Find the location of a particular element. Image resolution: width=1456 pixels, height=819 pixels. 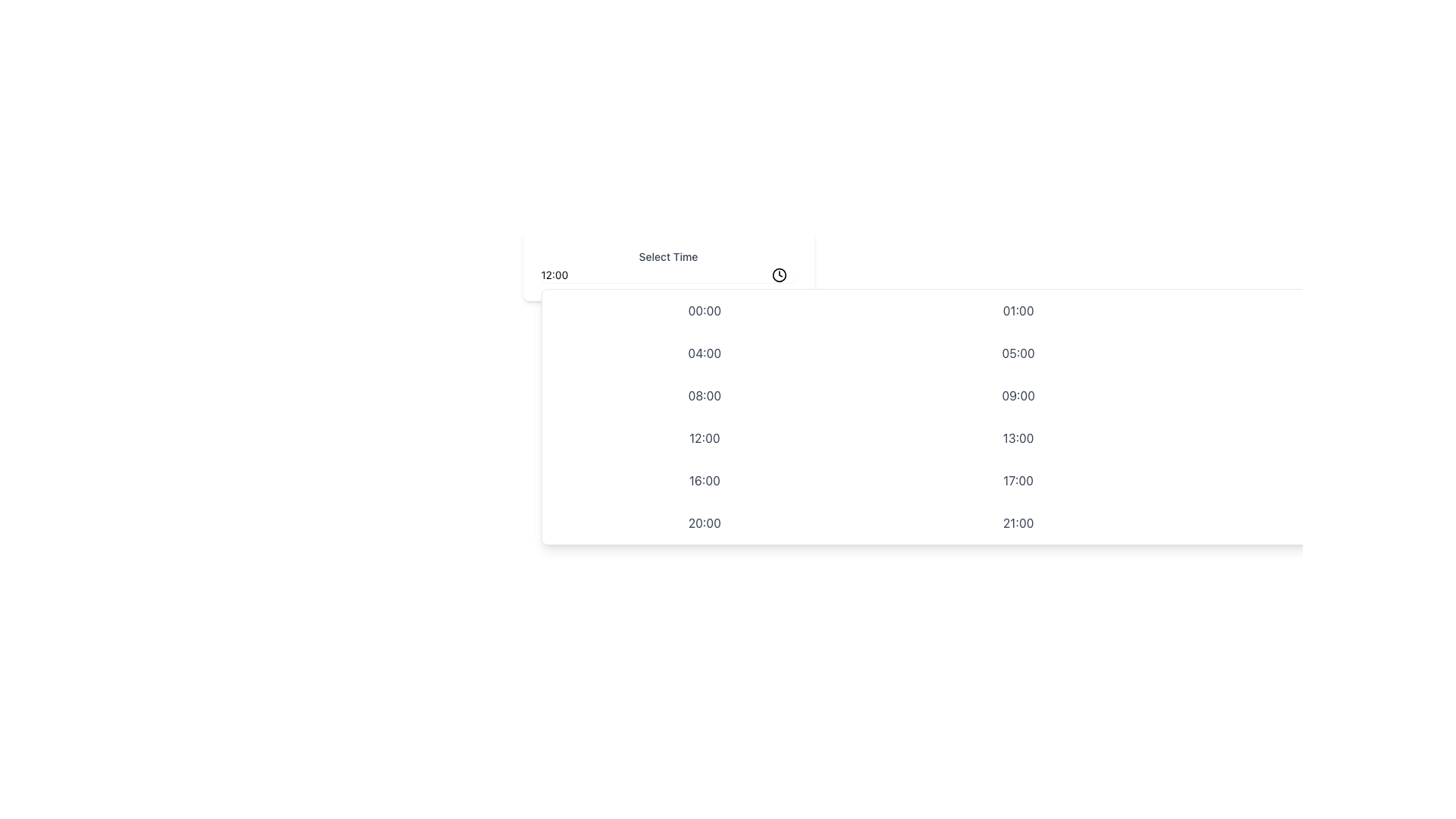

the button that allows the user to select the time of 08:00, located in the third row, first column of the time options grid is located at coordinates (704, 394).